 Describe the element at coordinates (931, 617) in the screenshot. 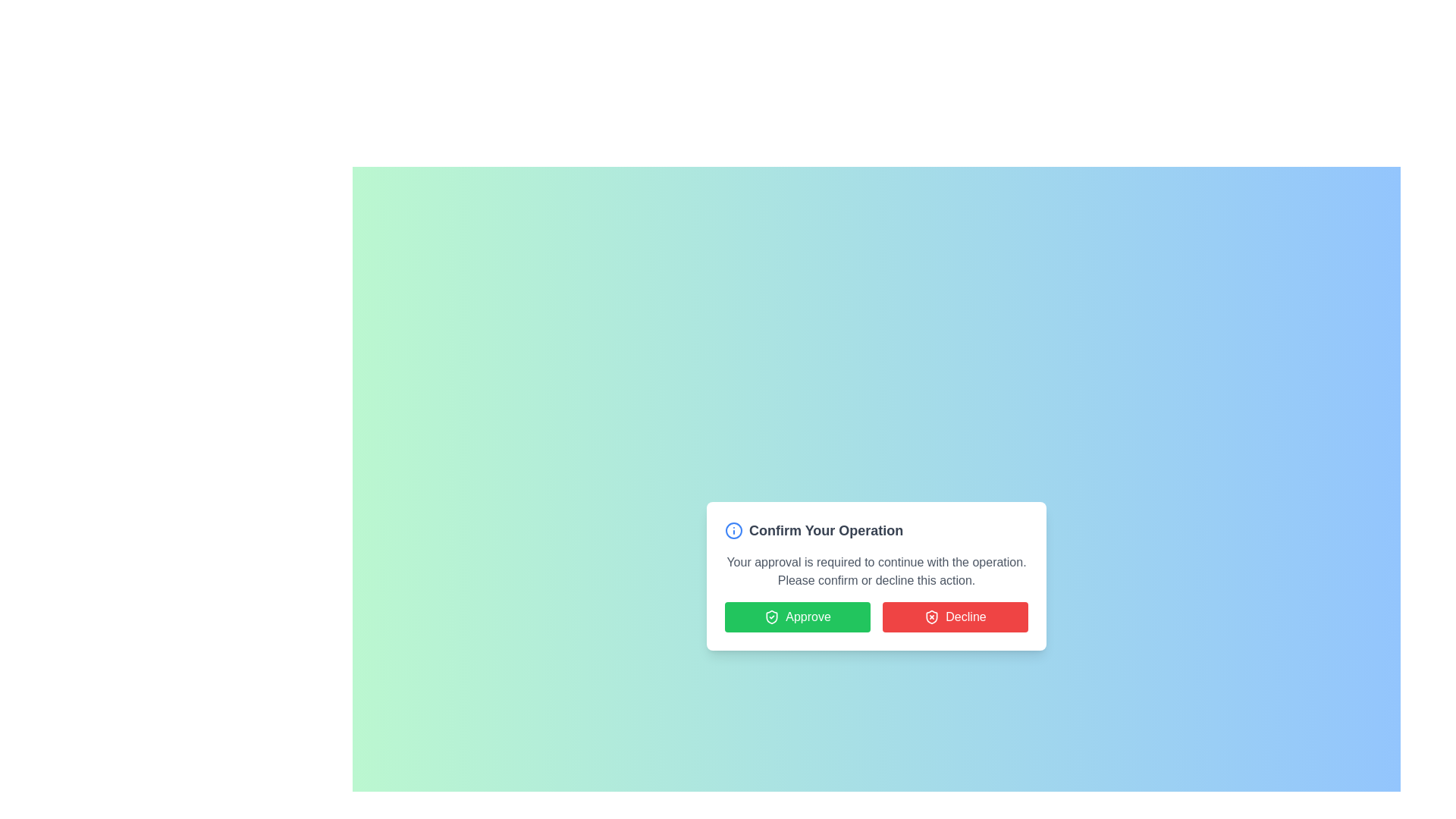

I see `the Decorative icon representing the decline action within the Decline button at the bottom-right of the confirmation dialog window` at that location.